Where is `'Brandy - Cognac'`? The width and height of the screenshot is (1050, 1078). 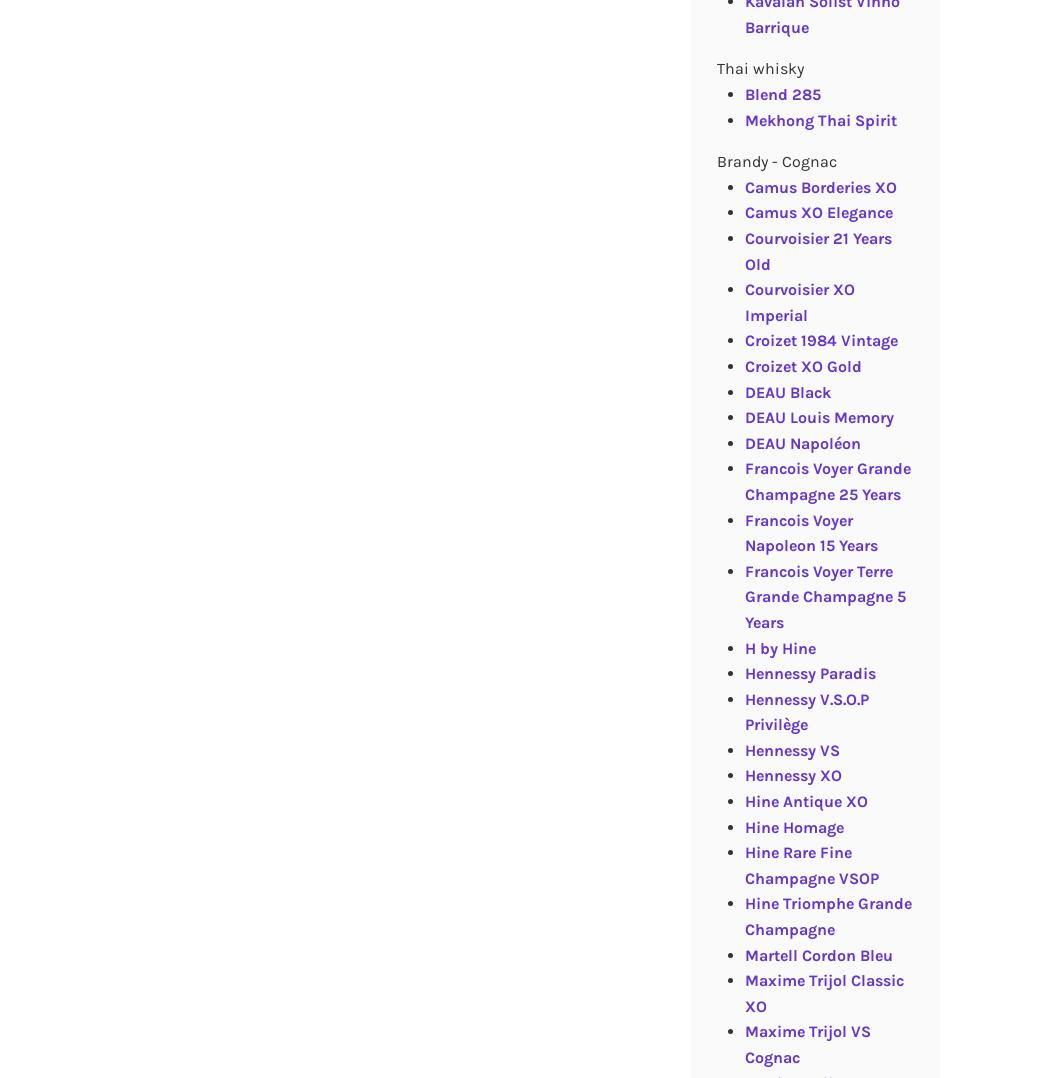
'Brandy - Cognac' is located at coordinates (775, 160).